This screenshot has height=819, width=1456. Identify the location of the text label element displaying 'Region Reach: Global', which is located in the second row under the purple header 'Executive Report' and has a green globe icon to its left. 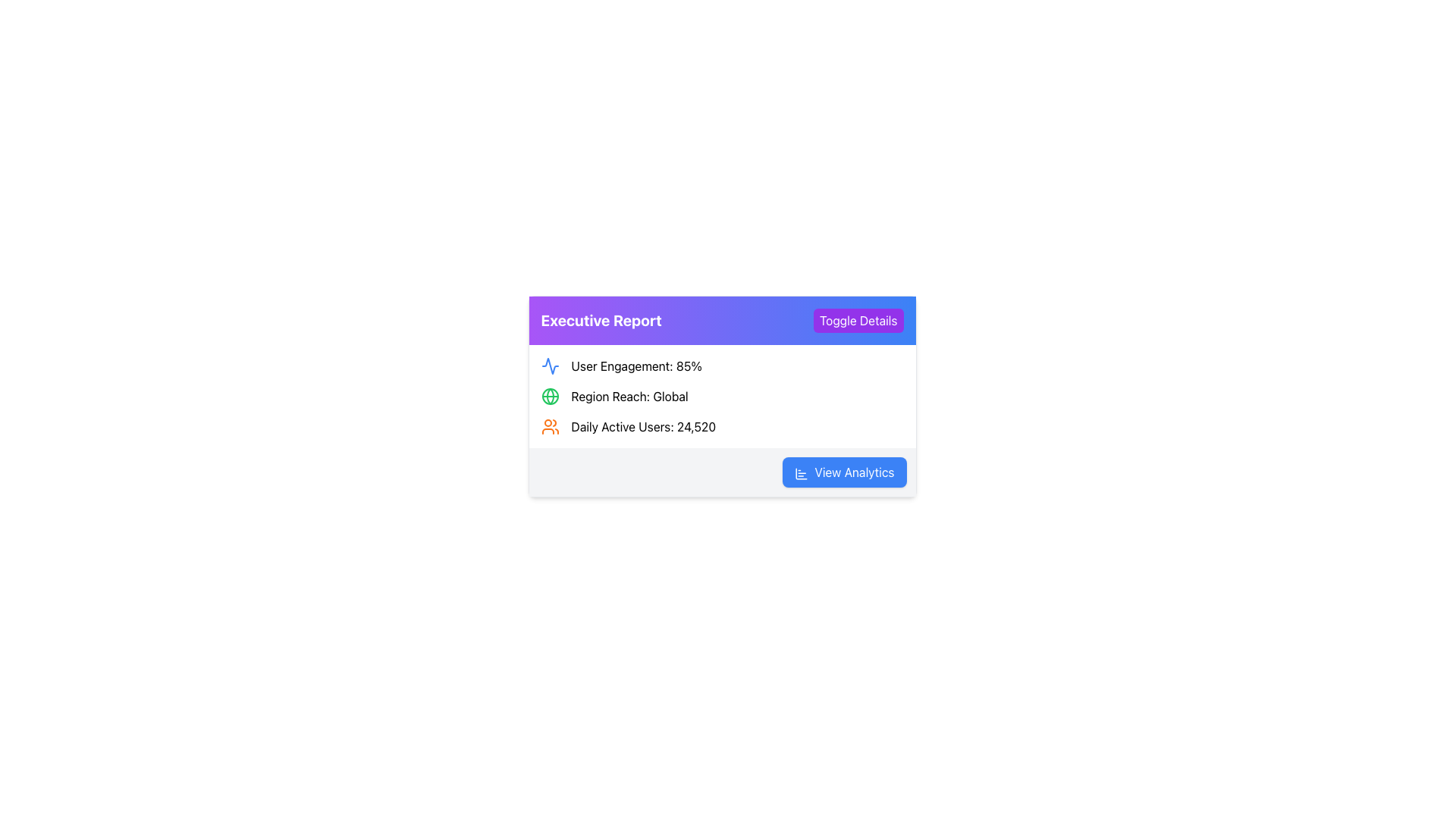
(629, 396).